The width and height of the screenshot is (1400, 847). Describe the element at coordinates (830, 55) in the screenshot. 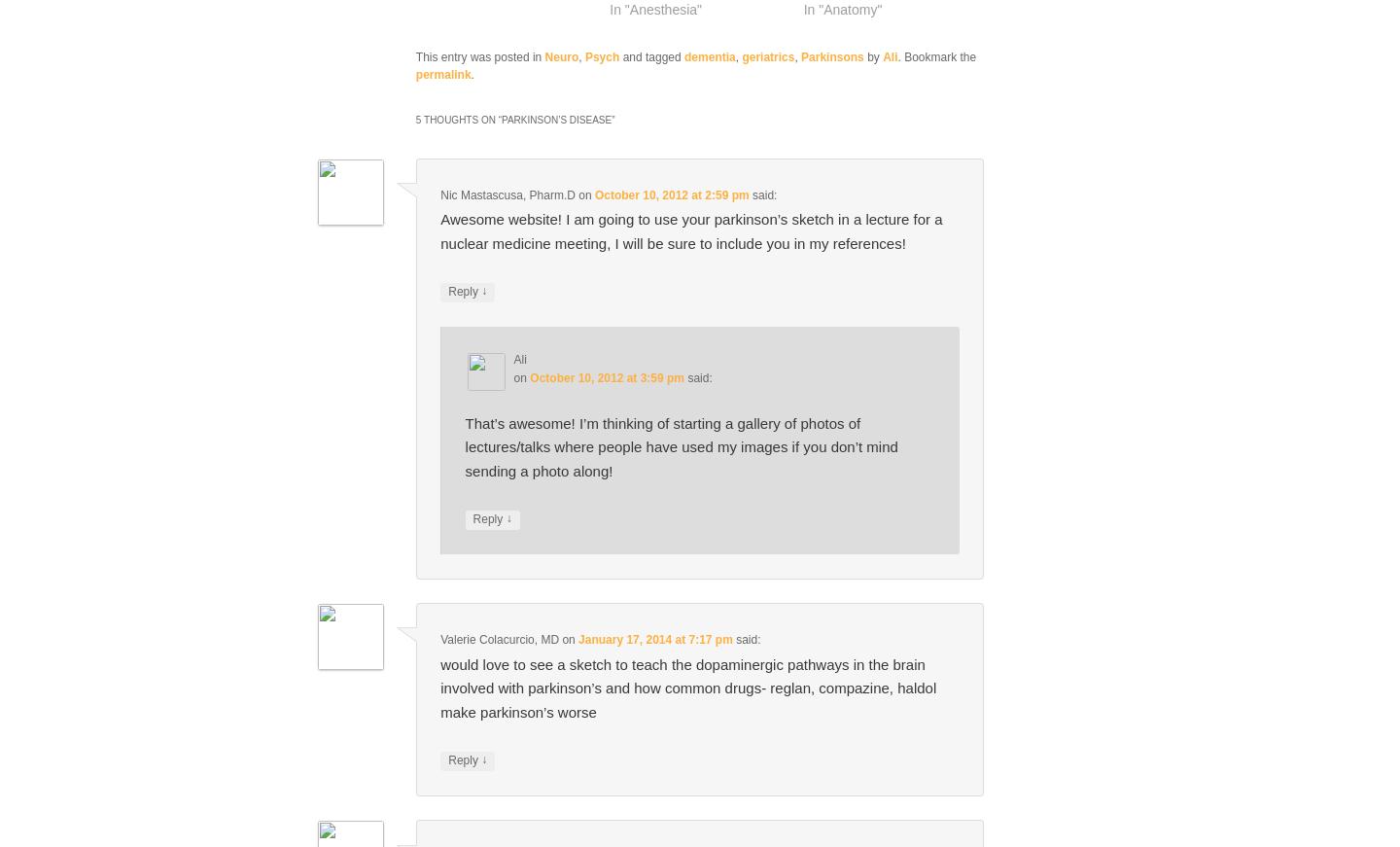

I see `'Parkinsons'` at that location.